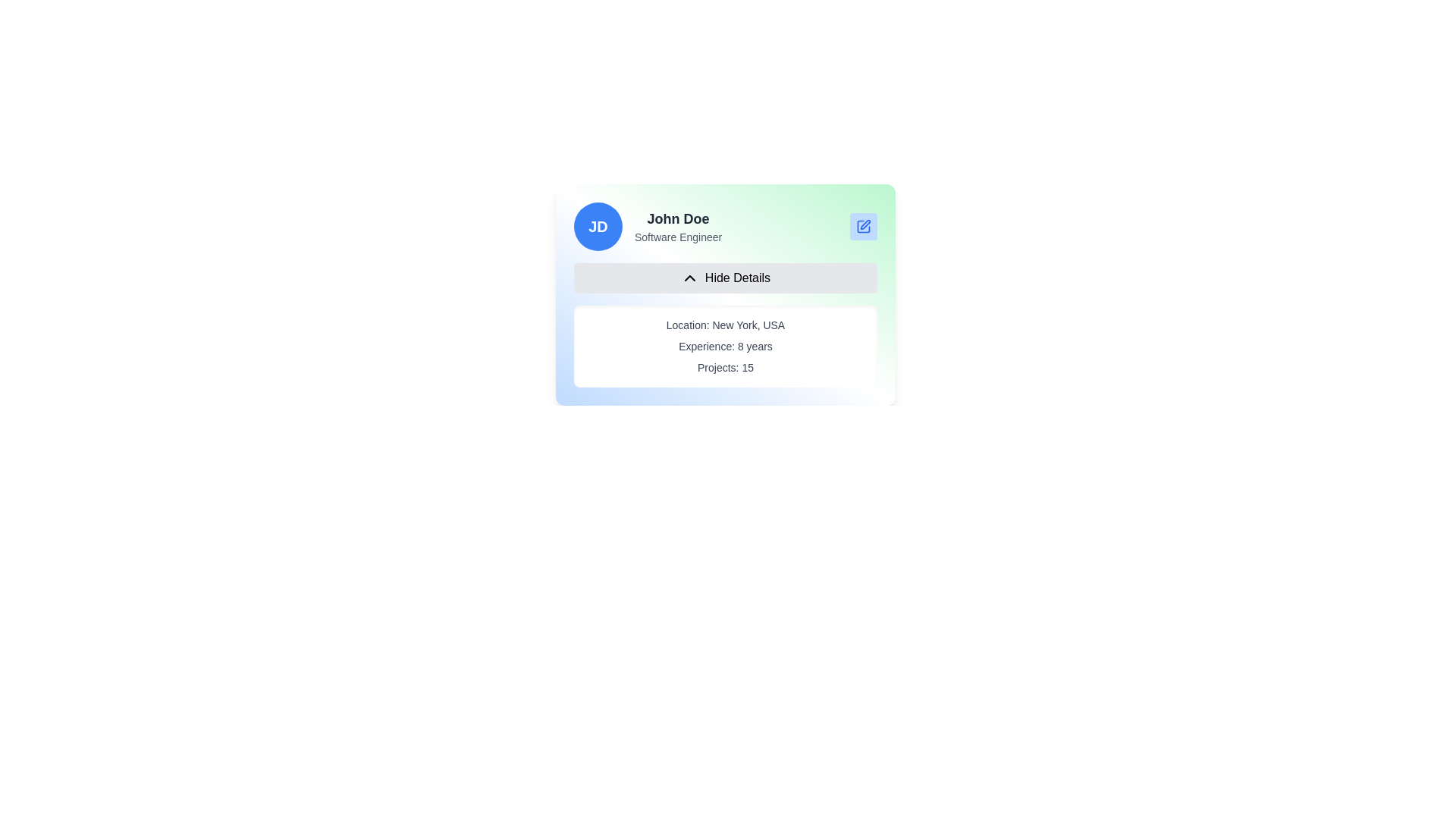 This screenshot has width=1456, height=819. I want to click on the Text Display element that shows the name and job title of the user, located to the right of a blue circular badge with the initials 'JD', so click(677, 227).